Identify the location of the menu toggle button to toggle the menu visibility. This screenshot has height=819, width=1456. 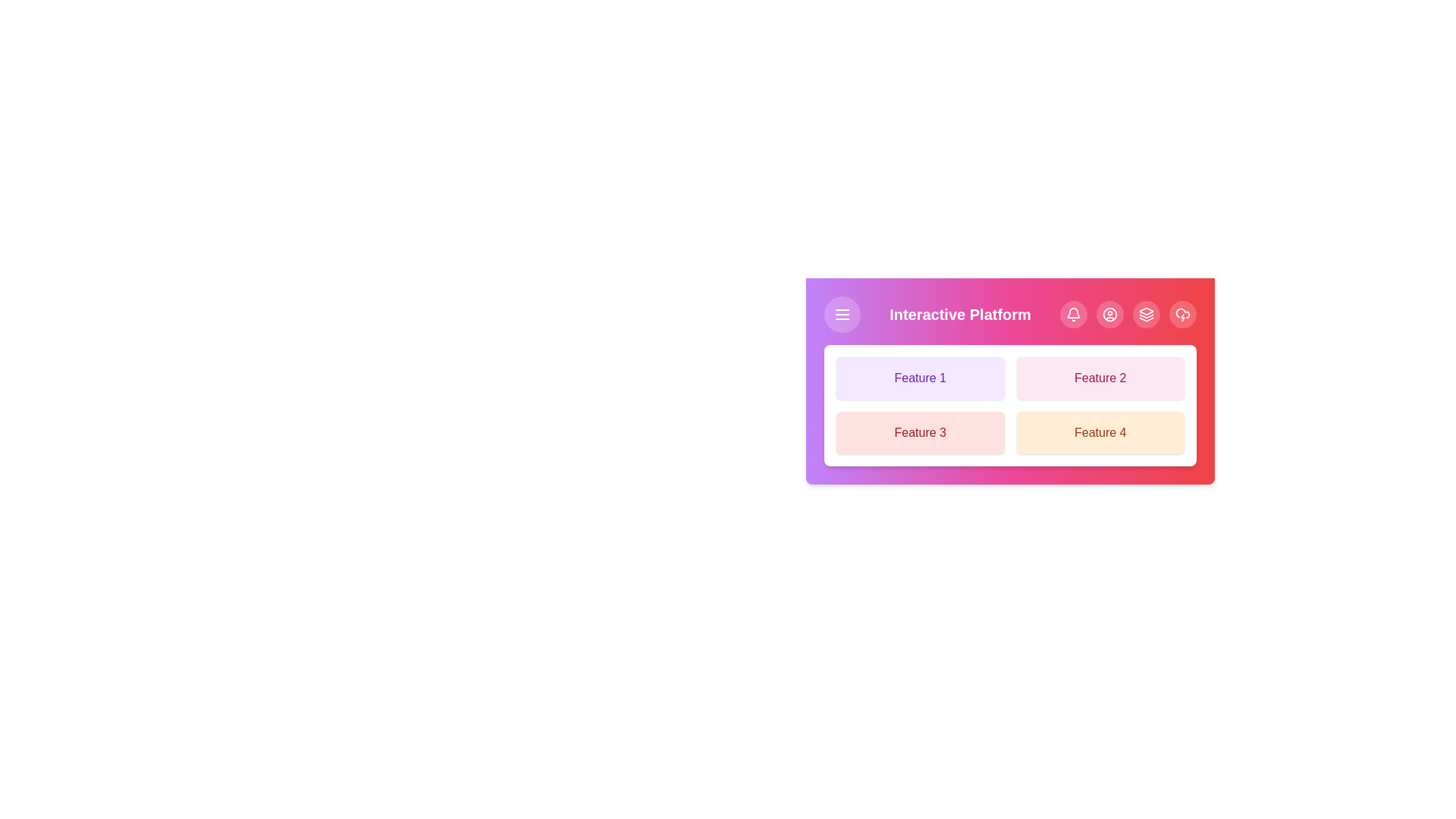
(841, 314).